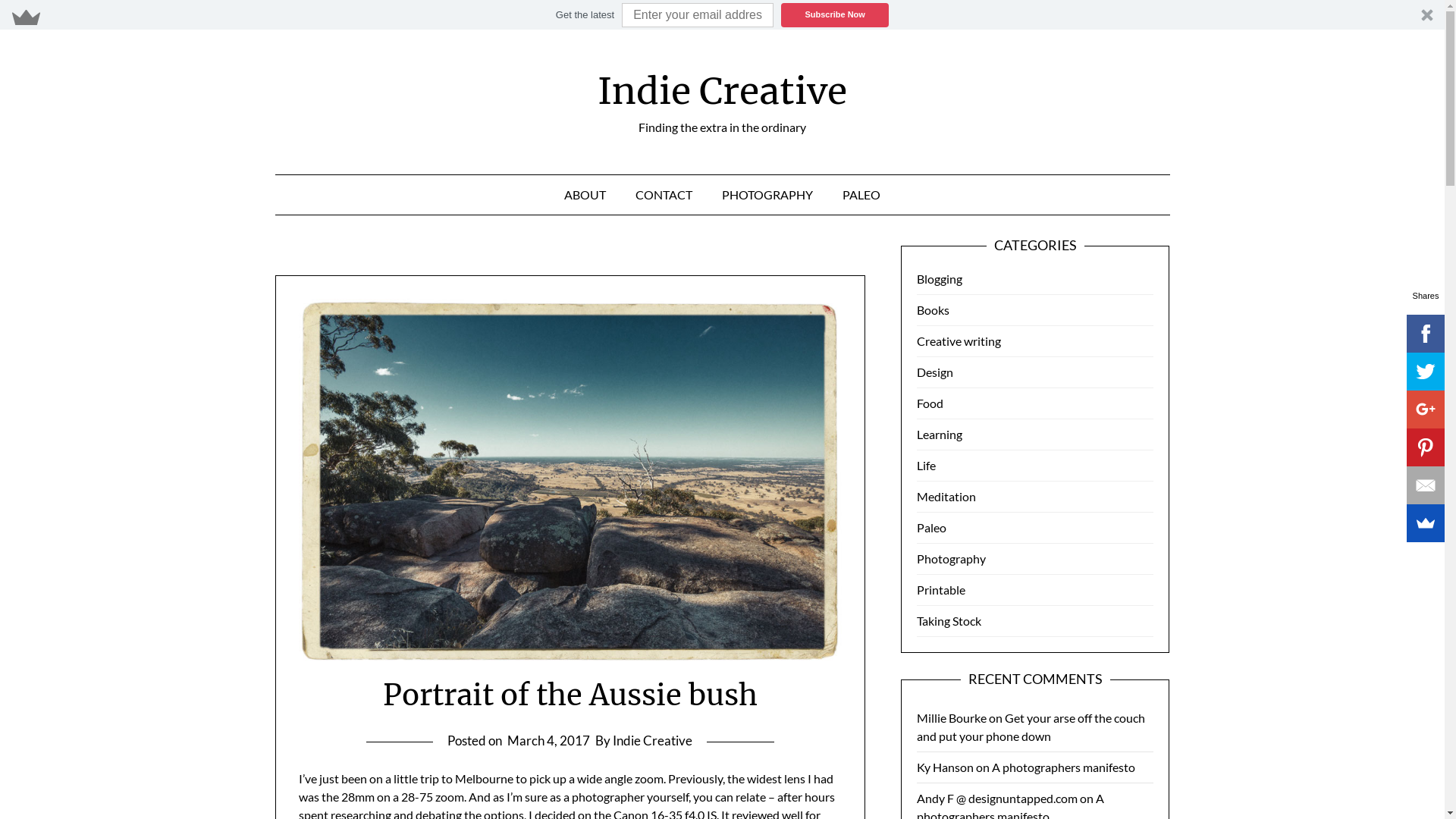  I want to click on 'Twitter', so click(1405, 371).